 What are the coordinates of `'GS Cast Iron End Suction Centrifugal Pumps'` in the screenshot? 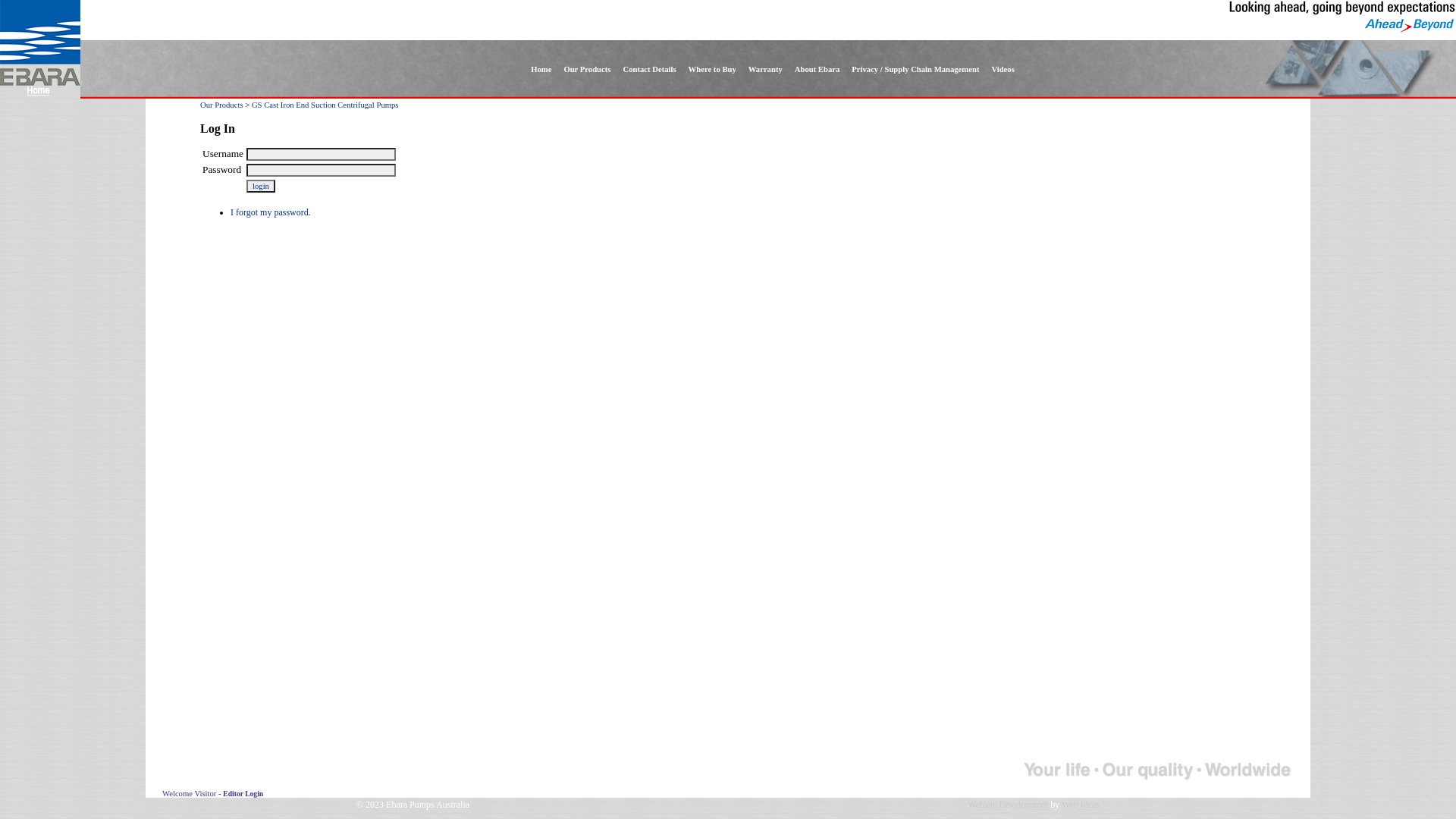 It's located at (324, 104).